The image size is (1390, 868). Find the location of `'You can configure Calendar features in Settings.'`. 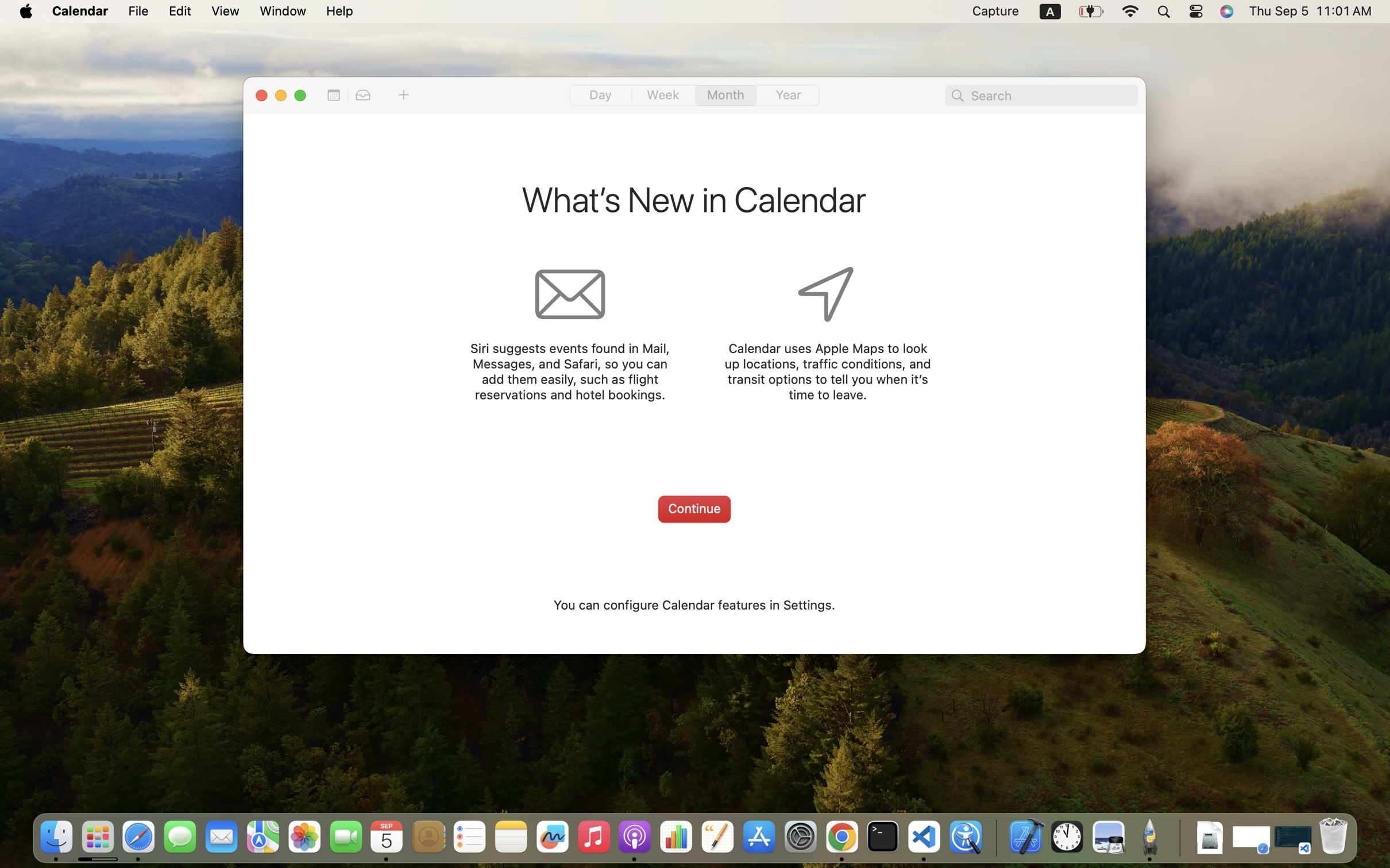

'You can configure Calendar features in Settings.' is located at coordinates (693, 604).